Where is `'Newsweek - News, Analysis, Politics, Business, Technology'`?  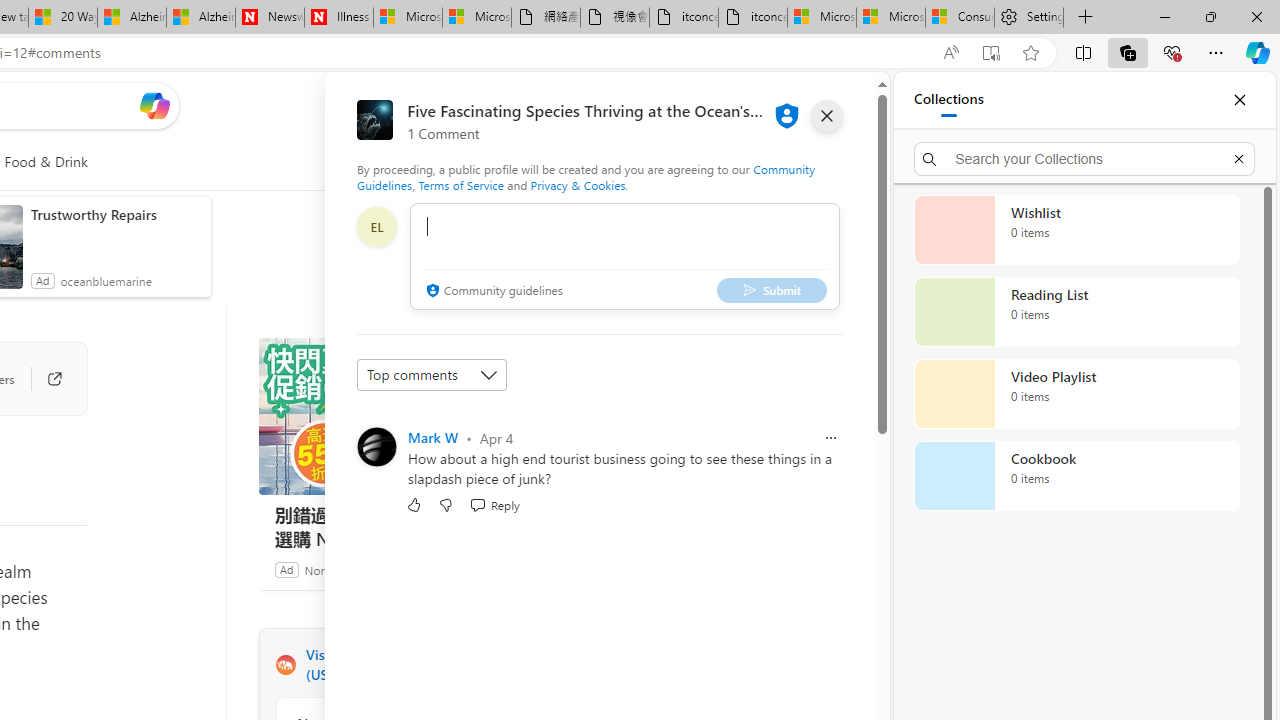 'Newsweek - News, Analysis, Politics, Business, Technology' is located at coordinates (269, 17).